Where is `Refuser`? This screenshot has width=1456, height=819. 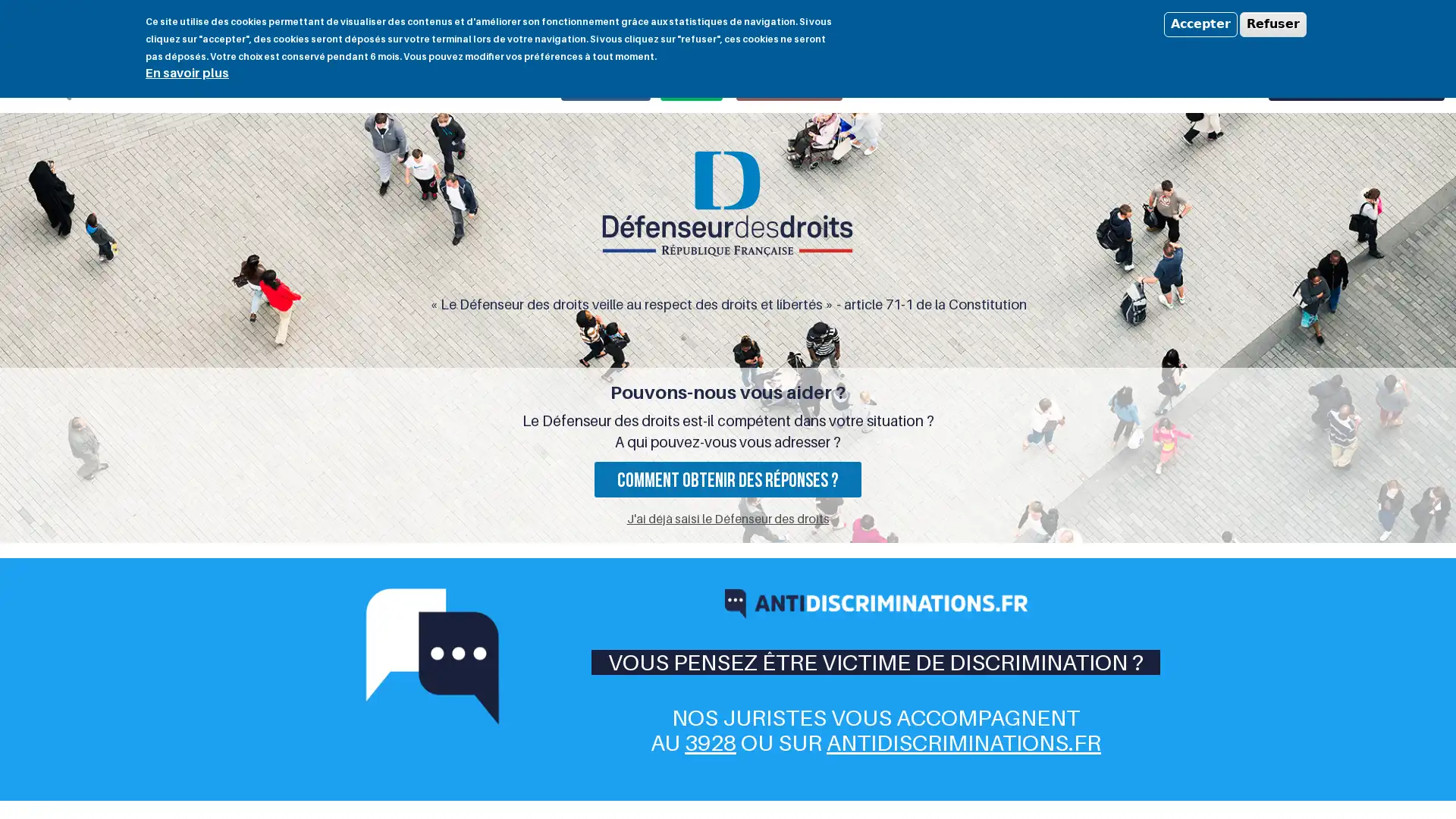 Refuser is located at coordinates (1273, 24).